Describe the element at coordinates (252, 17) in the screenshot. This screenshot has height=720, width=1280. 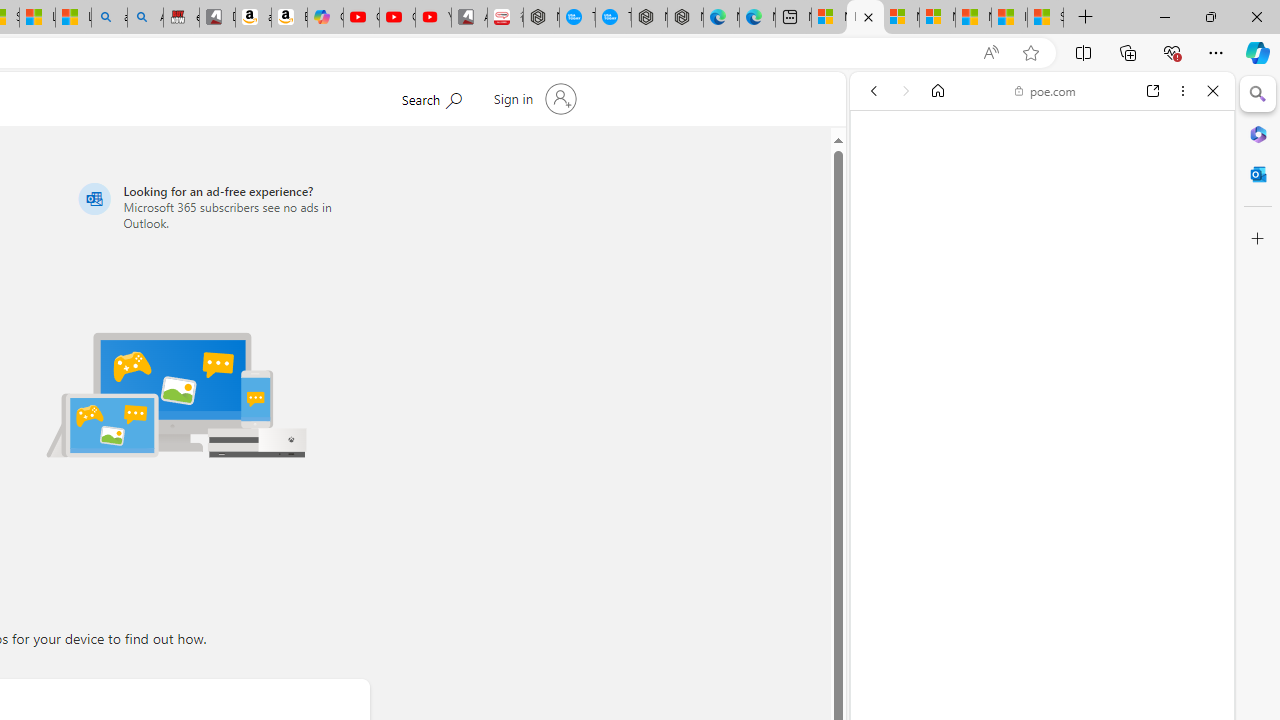
I see `'amazon.in/dp/B0CX59H5W7/?tag=gsmcom05-21'` at that location.